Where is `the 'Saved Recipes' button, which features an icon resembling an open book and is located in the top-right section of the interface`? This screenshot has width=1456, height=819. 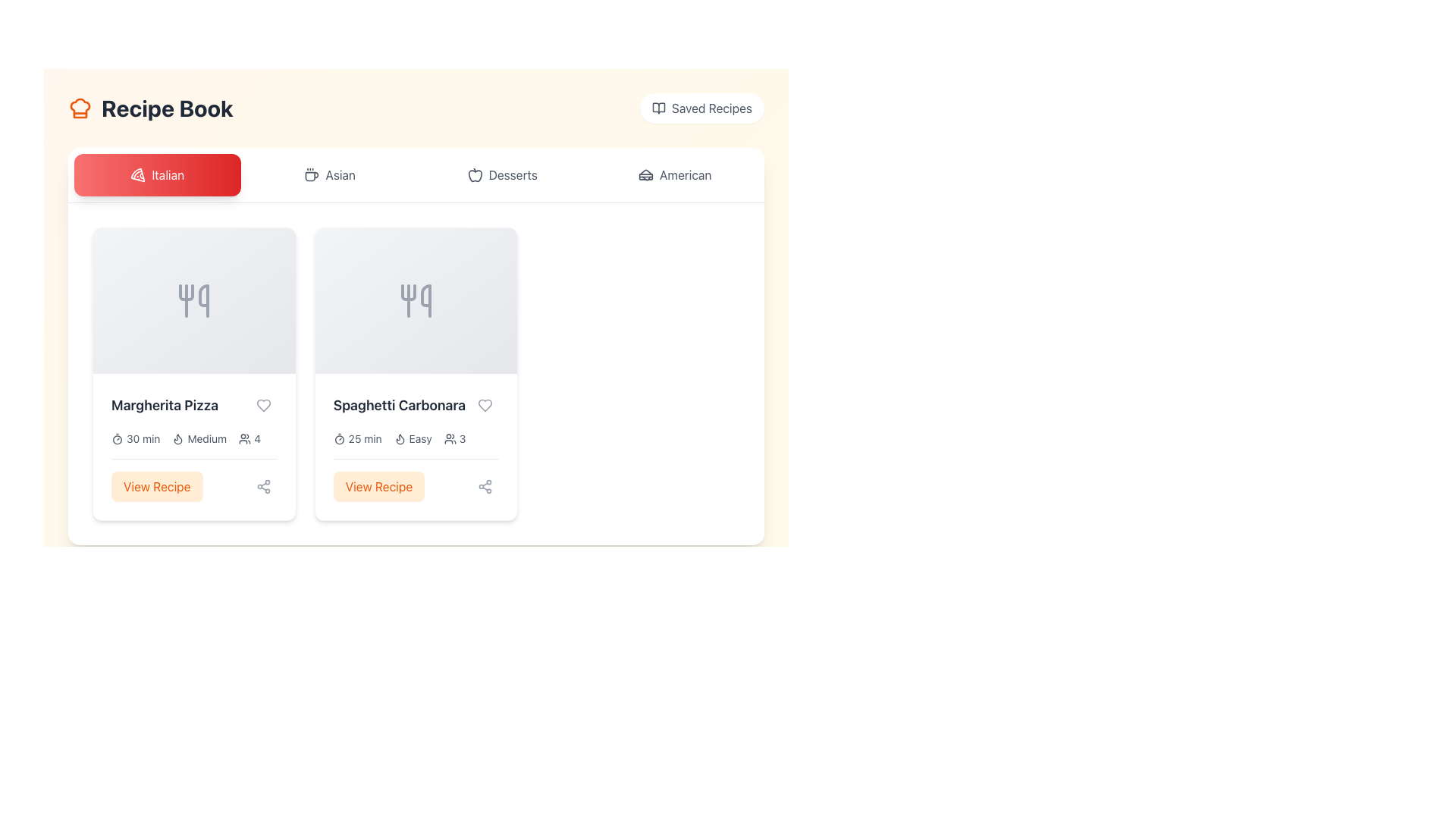
the 'Saved Recipes' button, which features an icon resembling an open book and is located in the top-right section of the interface is located at coordinates (701, 107).